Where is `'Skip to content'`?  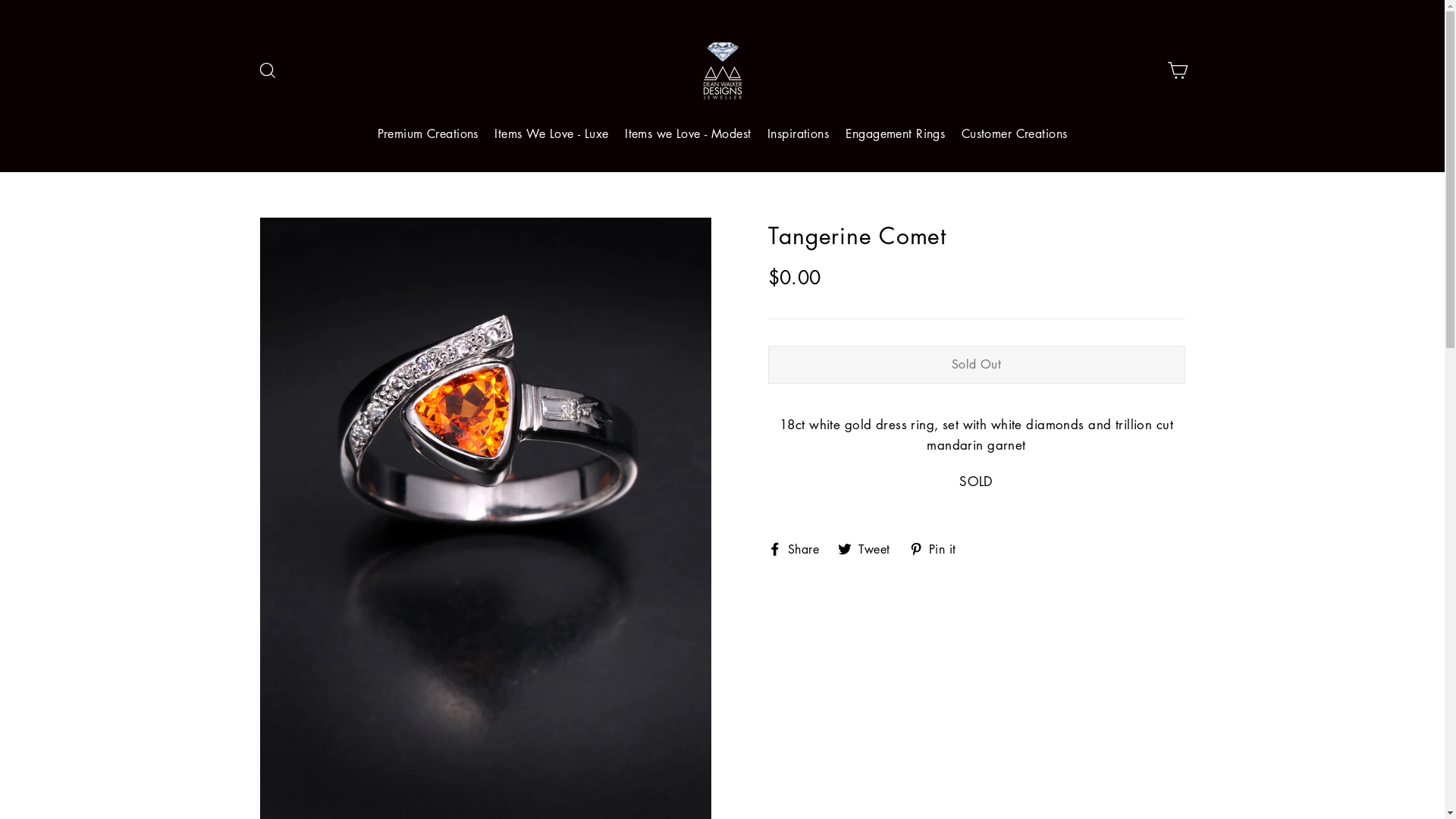 'Skip to content' is located at coordinates (0, 0).